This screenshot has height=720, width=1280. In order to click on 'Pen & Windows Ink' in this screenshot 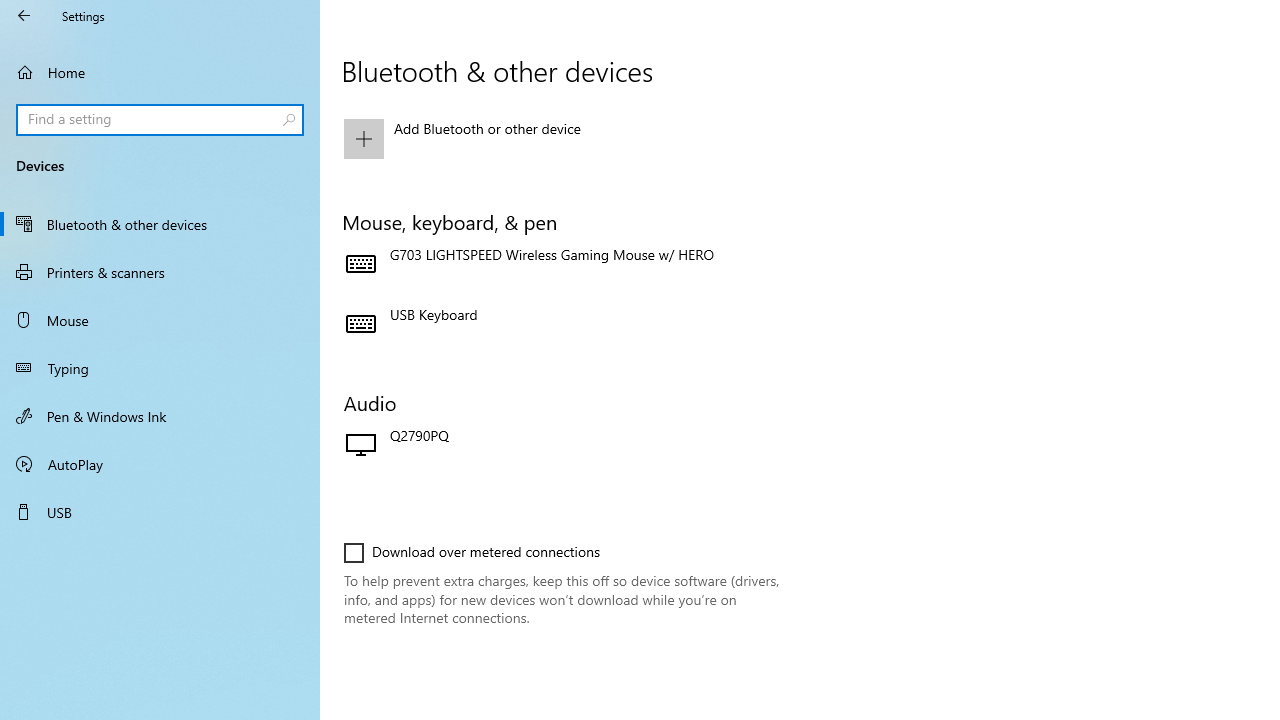, I will do `click(160, 414)`.